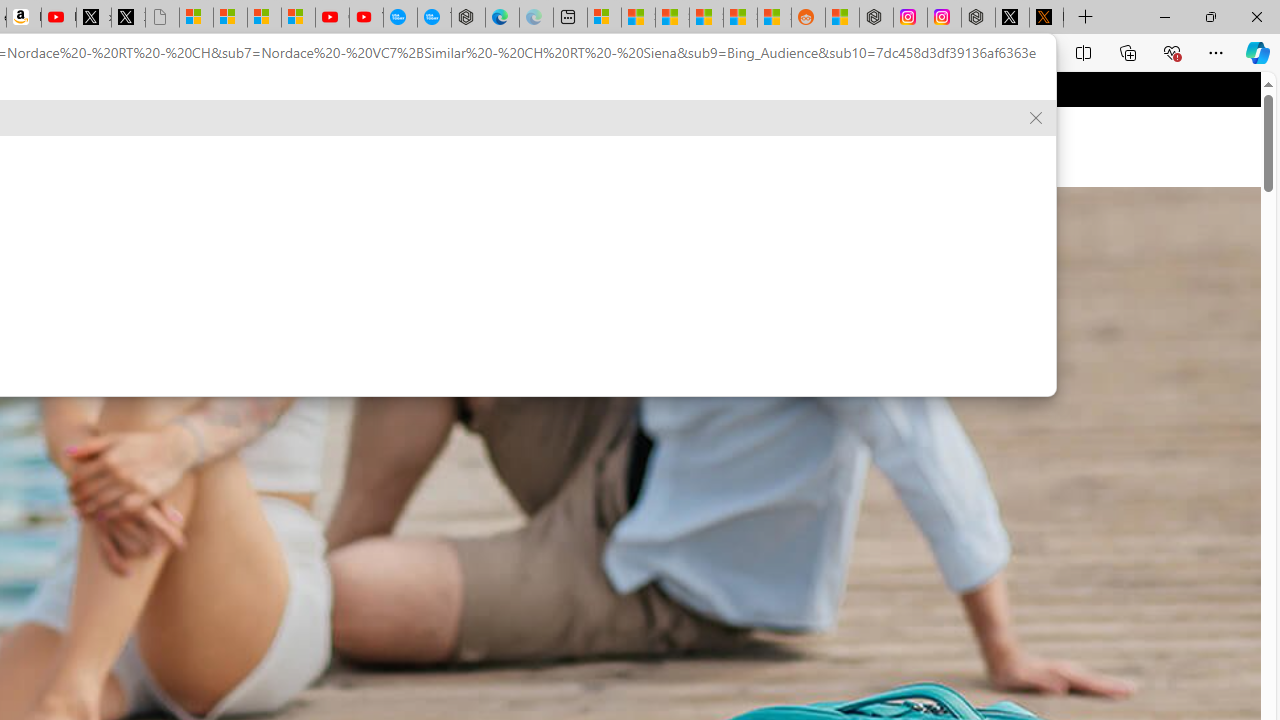  I want to click on 'Nordace (@NordaceOfficial) / X', so click(1012, 17).